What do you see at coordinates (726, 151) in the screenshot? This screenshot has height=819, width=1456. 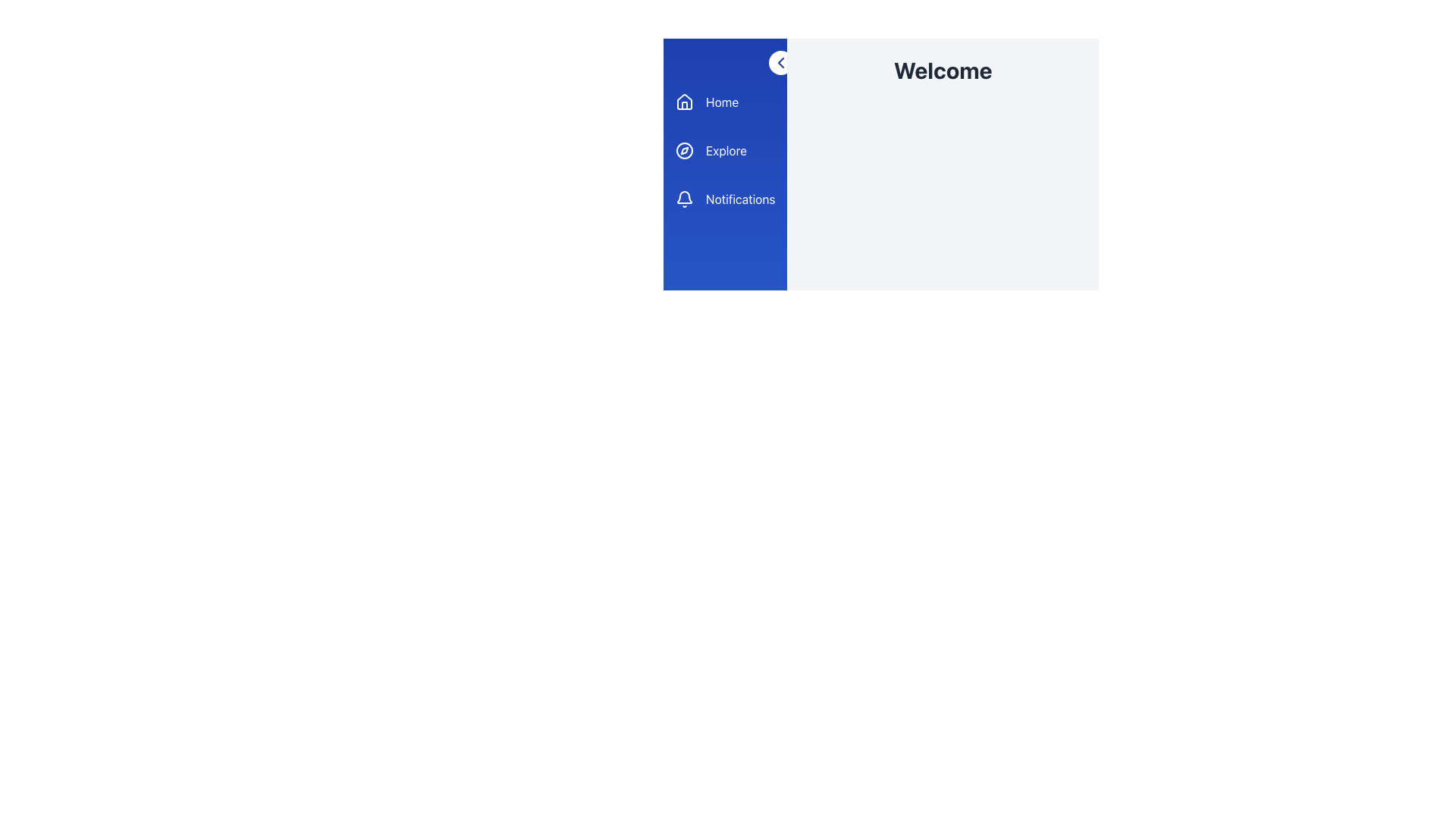 I see `the 'Explore' label which displays white text on a blue background, located in the vertical navigation menu between 'Home' and 'Notifications'` at bounding box center [726, 151].